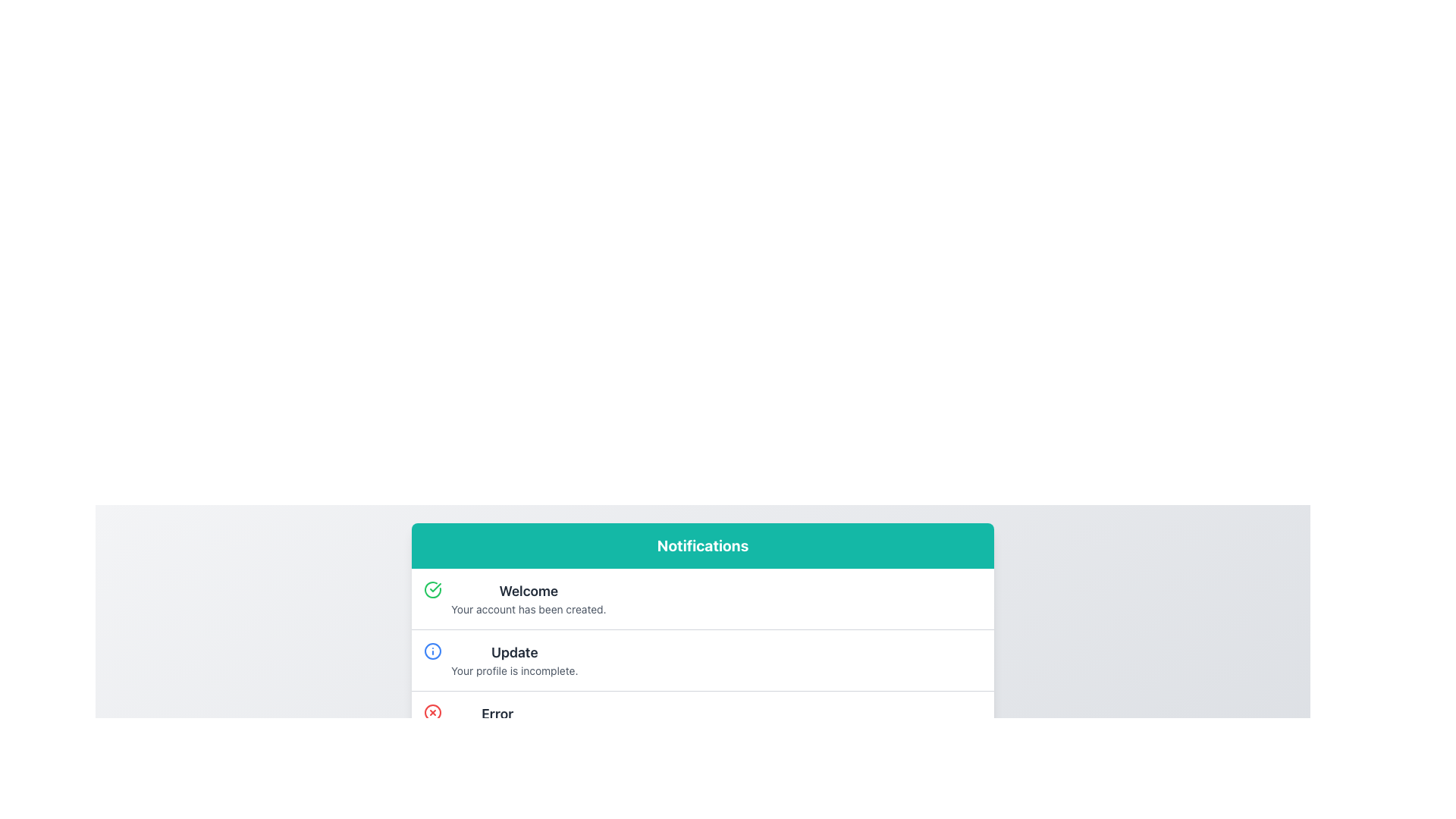 The height and width of the screenshot is (819, 1456). What do you see at coordinates (432, 589) in the screenshot?
I see `the visual indicator icon located to the immediate left of the 'Welcome' title in the first notification item` at bounding box center [432, 589].